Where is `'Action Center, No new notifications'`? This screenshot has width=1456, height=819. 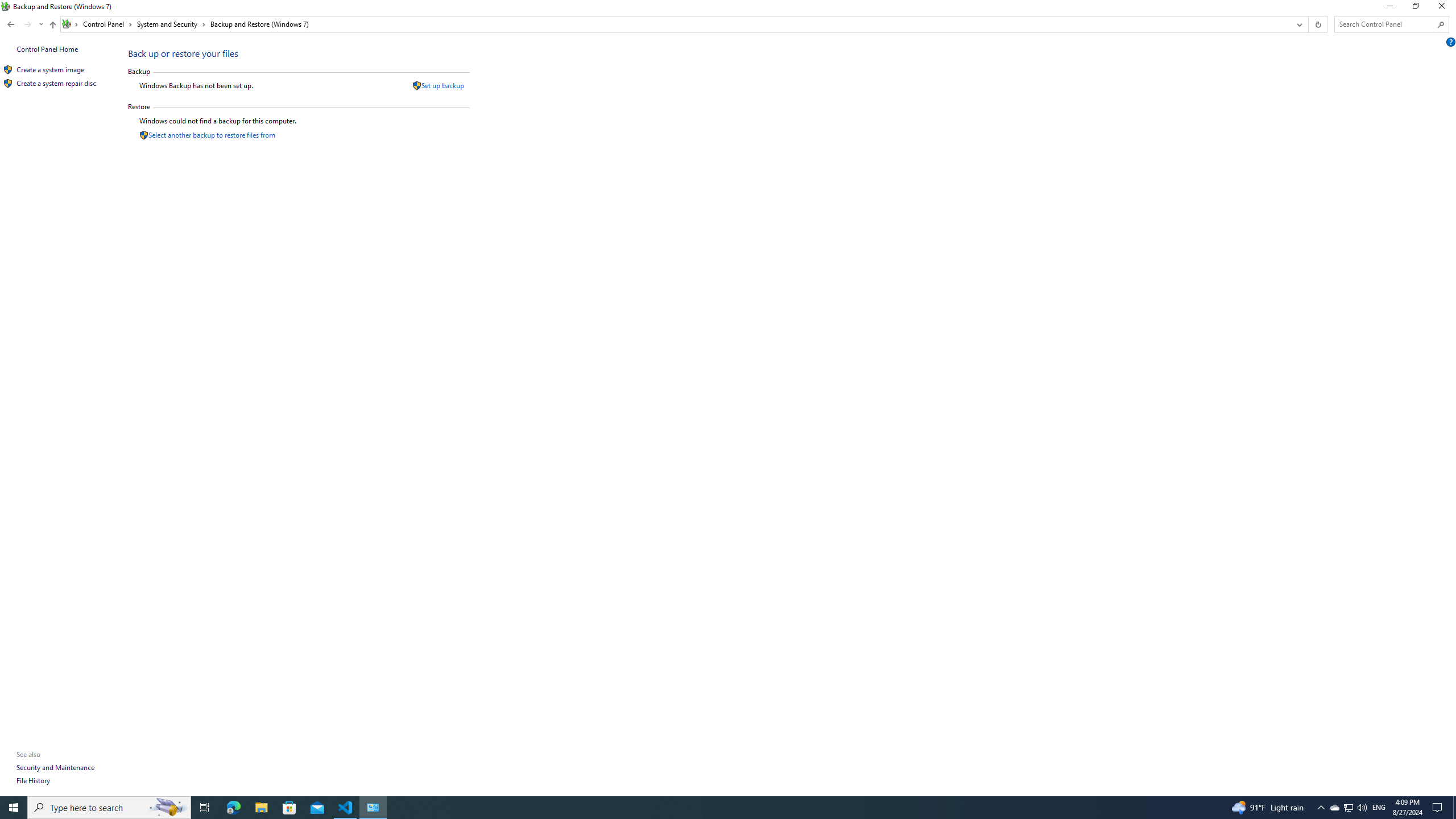
'Action Center, No new notifications' is located at coordinates (1439, 806).